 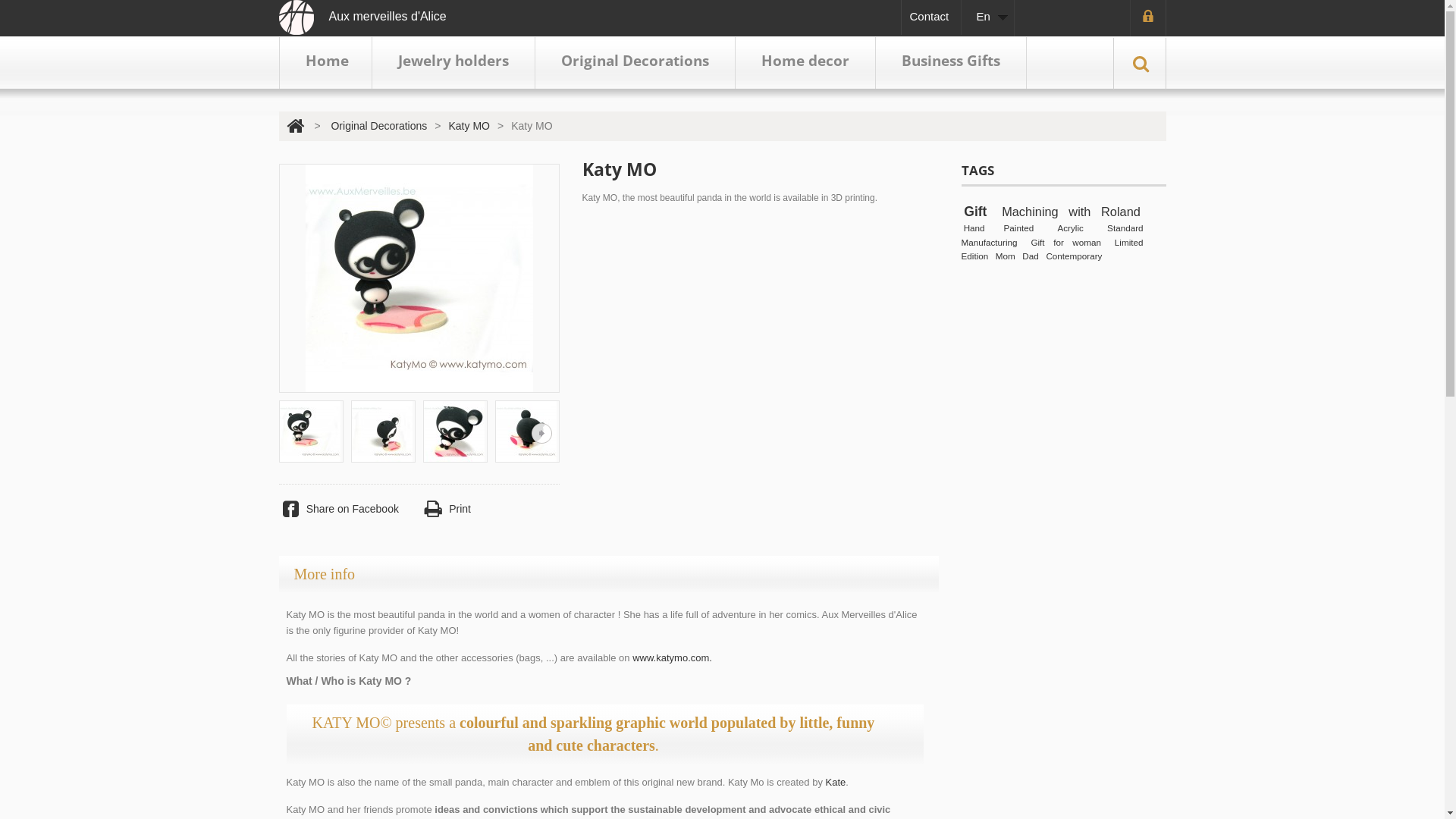 What do you see at coordinates (999, 228) in the screenshot?
I see `'Hand Painted'` at bounding box center [999, 228].